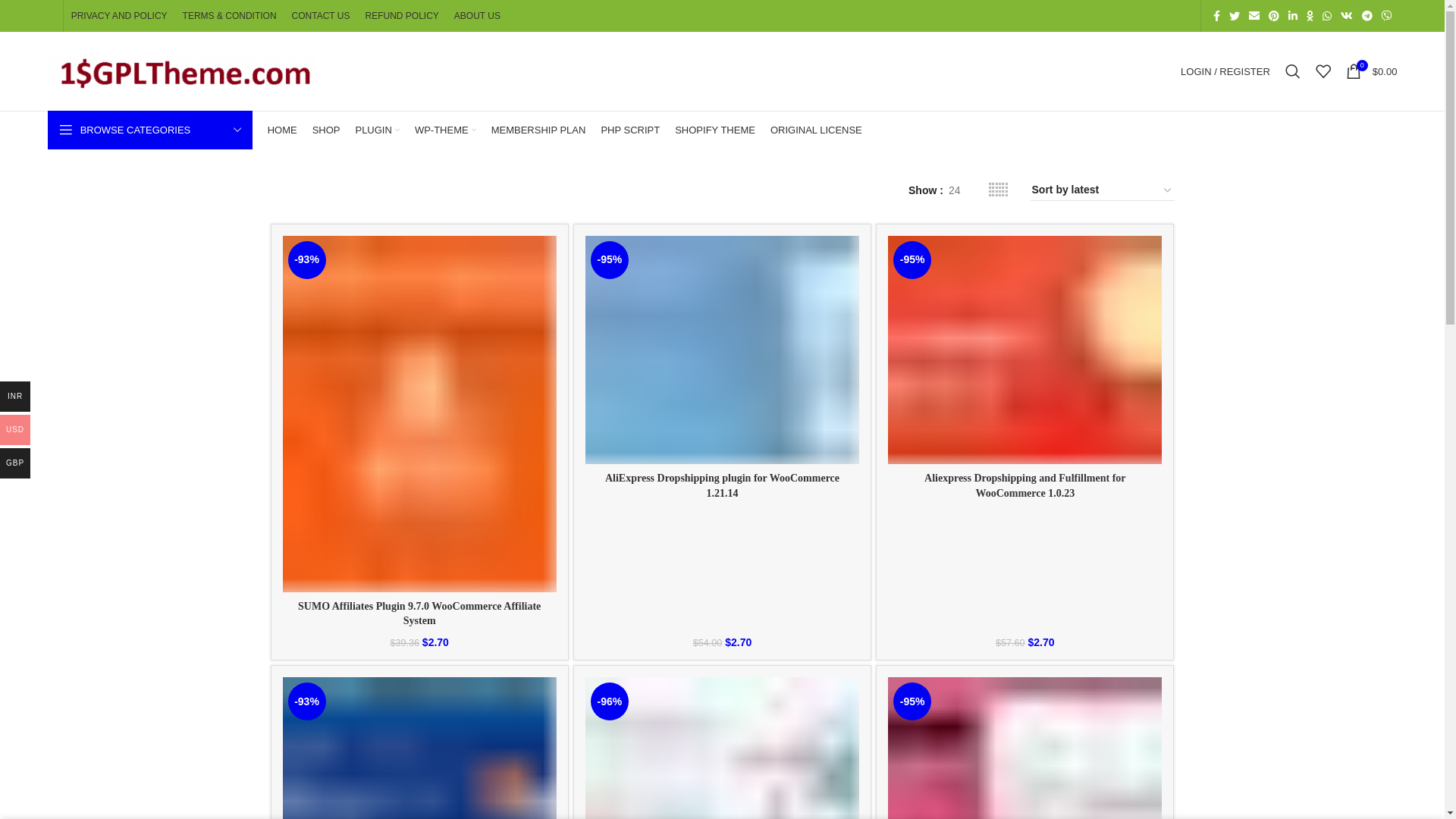  What do you see at coordinates (673, 130) in the screenshot?
I see `'SHOPIFY THEME'` at bounding box center [673, 130].